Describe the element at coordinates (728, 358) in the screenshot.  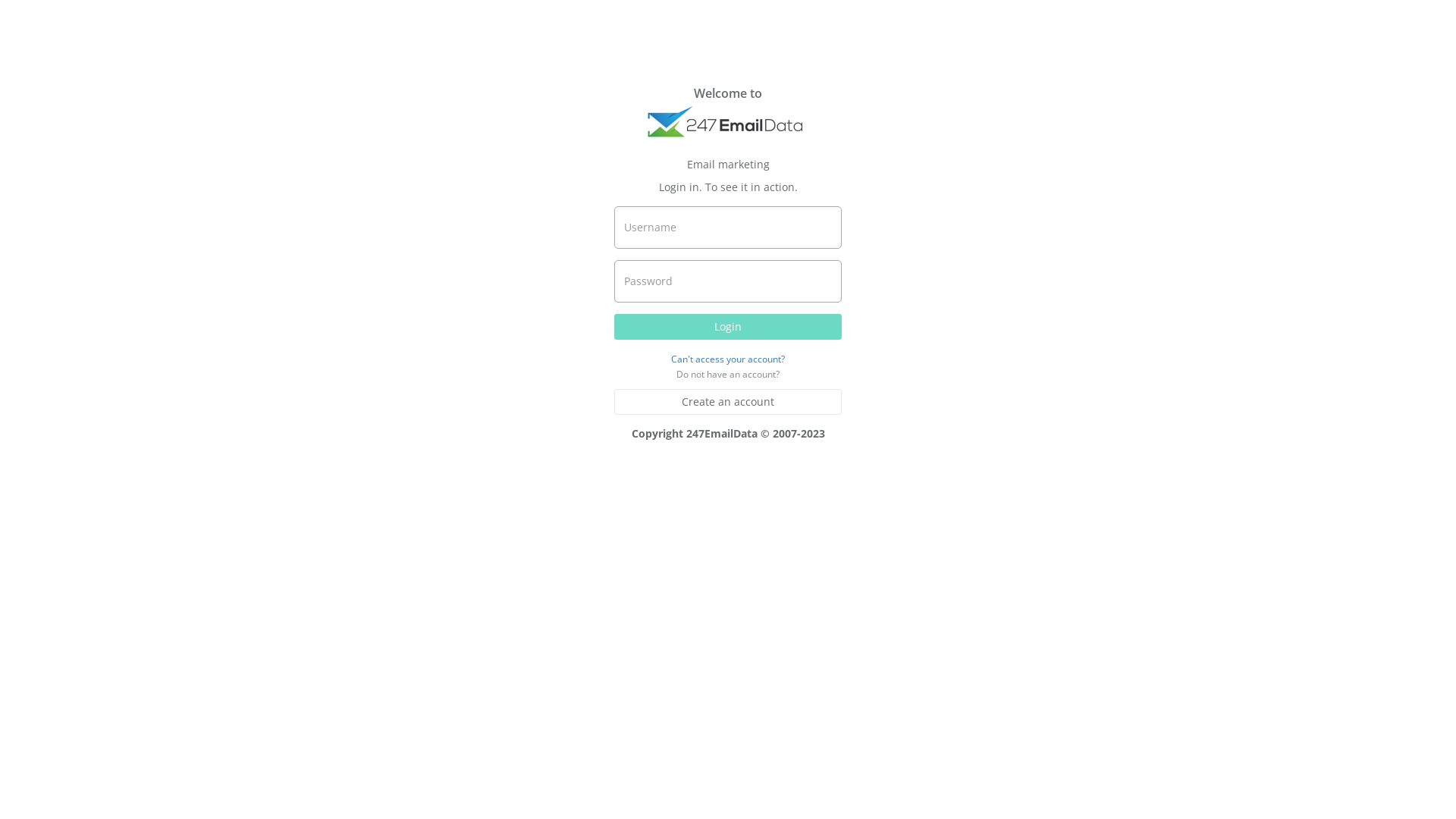
I see `'Can't access your account?'` at that location.